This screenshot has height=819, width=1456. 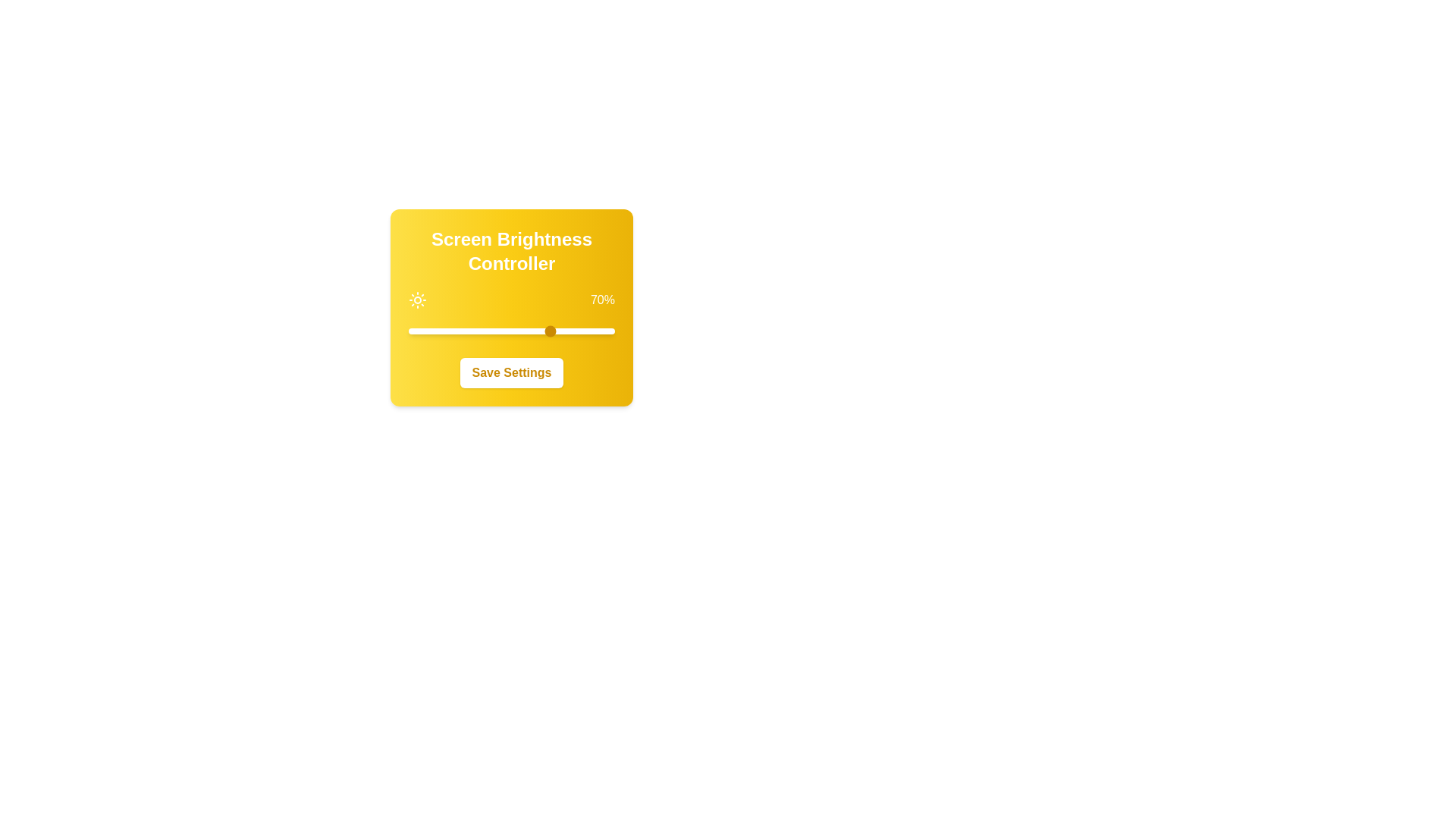 What do you see at coordinates (418, 300) in the screenshot?
I see `the screen brightness icon to interact with it` at bounding box center [418, 300].